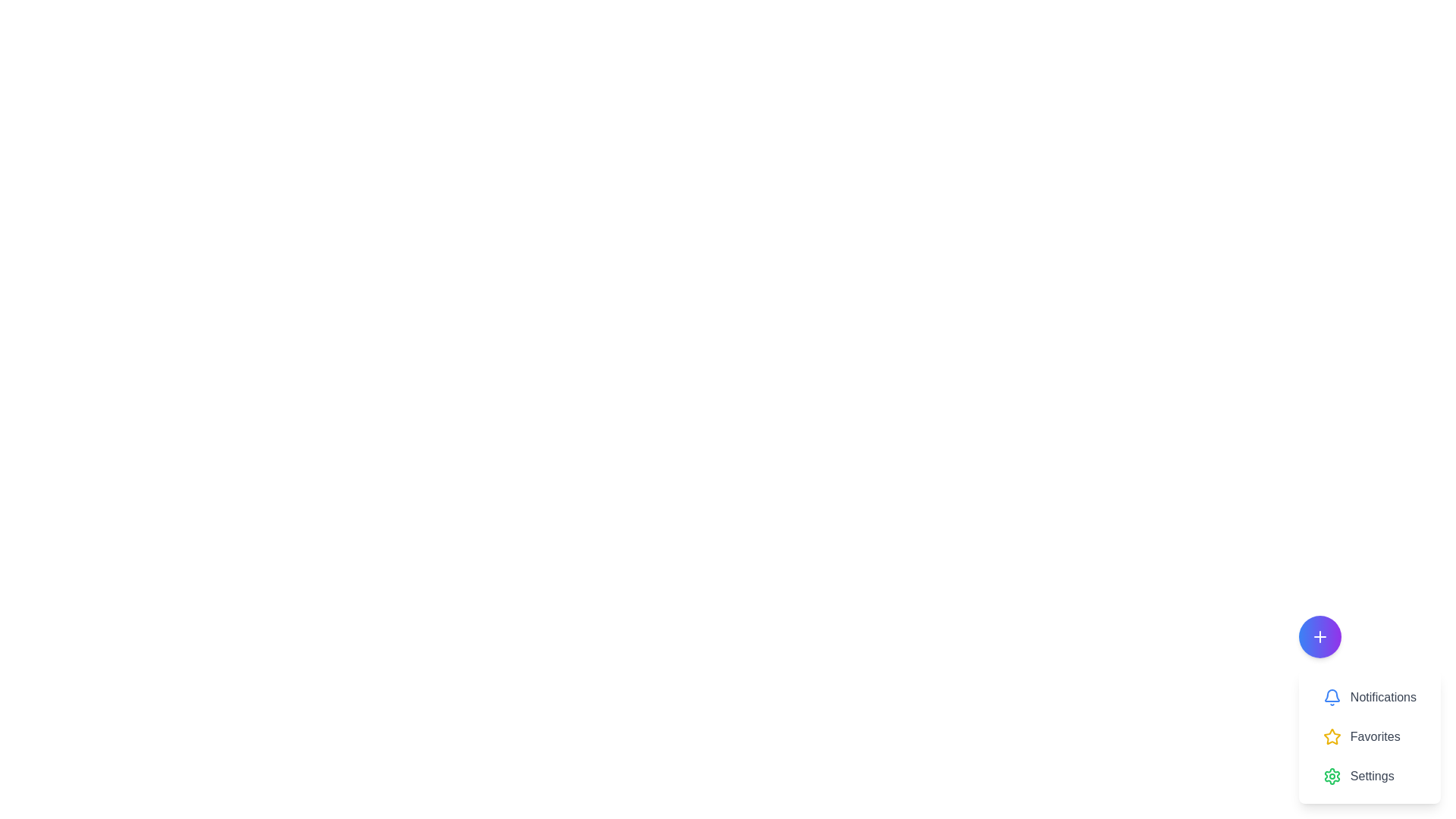 The height and width of the screenshot is (819, 1456). Describe the element at coordinates (1331, 698) in the screenshot. I see `the blue outlined bell-shaped icon located to the left of the 'Notifications' text` at that location.